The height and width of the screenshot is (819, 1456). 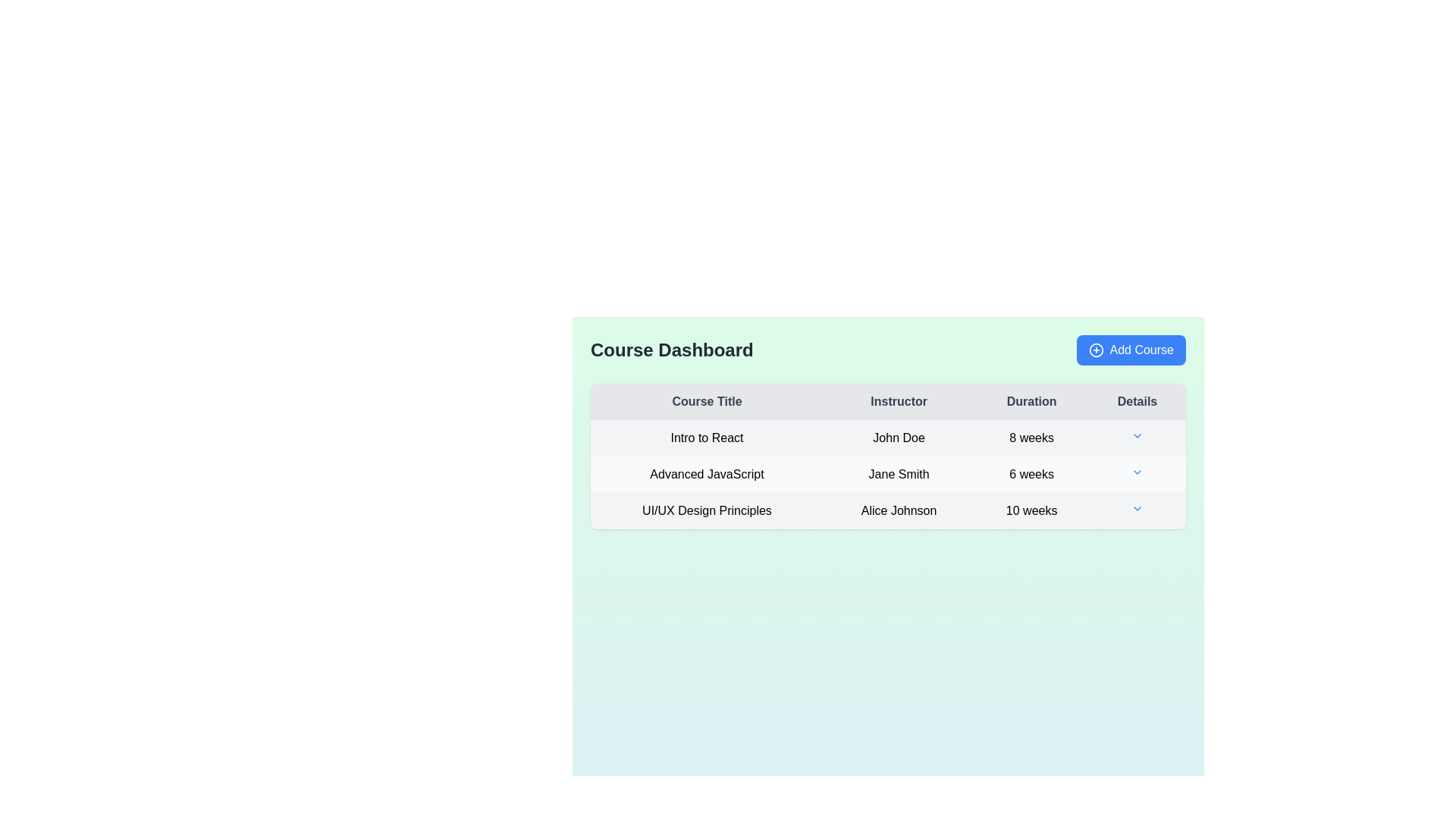 I want to click on the text label 'UI/UX Design Principles' in the first column of the third row in the 'Course Dashboard' table, so click(x=706, y=511).